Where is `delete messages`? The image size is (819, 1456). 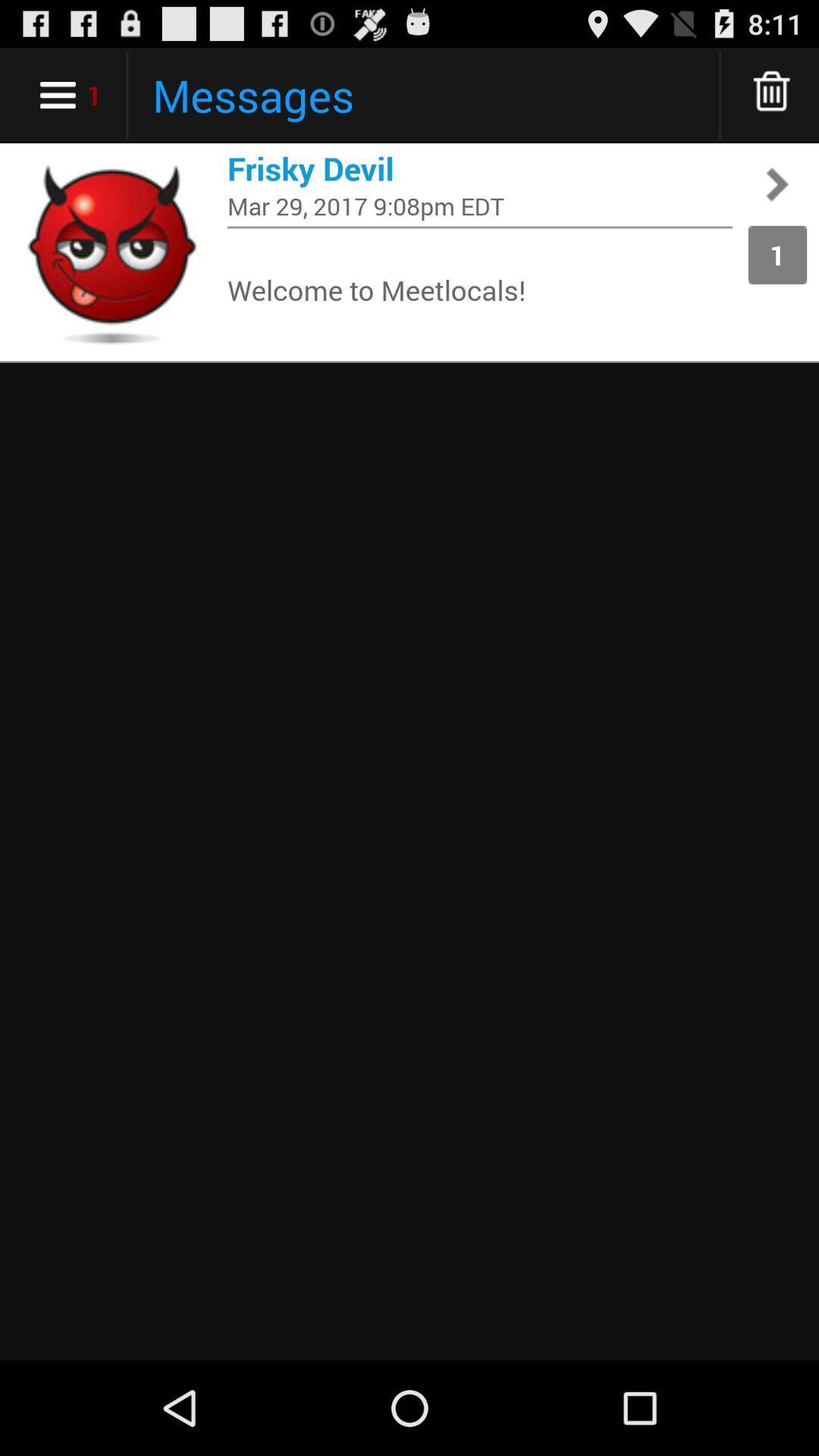 delete messages is located at coordinates (772, 94).